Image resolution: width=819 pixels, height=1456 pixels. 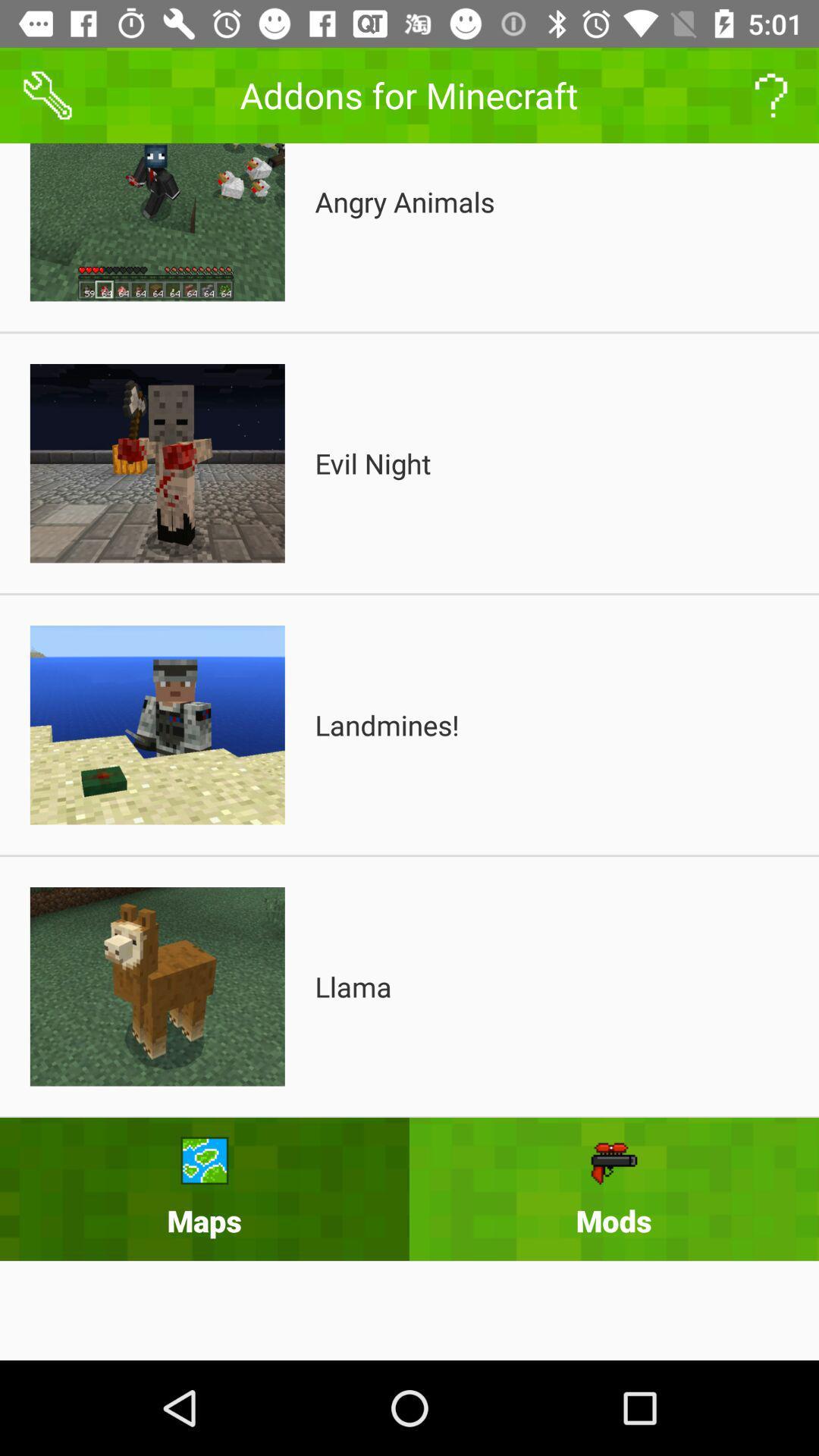 What do you see at coordinates (353, 987) in the screenshot?
I see `the icon below the landmines! icon` at bounding box center [353, 987].